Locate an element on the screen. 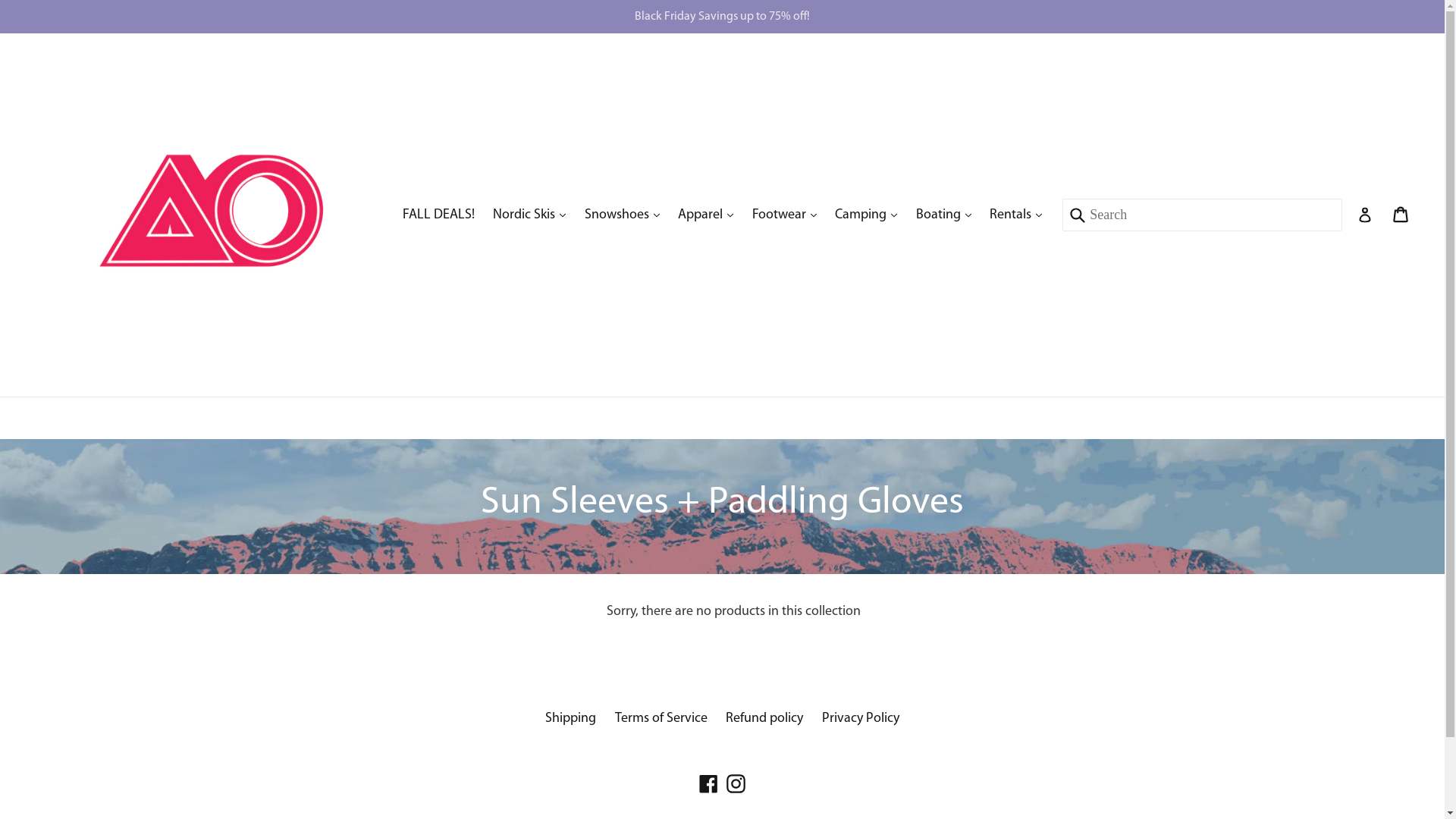 Image resolution: width=1456 pixels, height=819 pixels. 'Privacy Policy' is located at coordinates (860, 717).